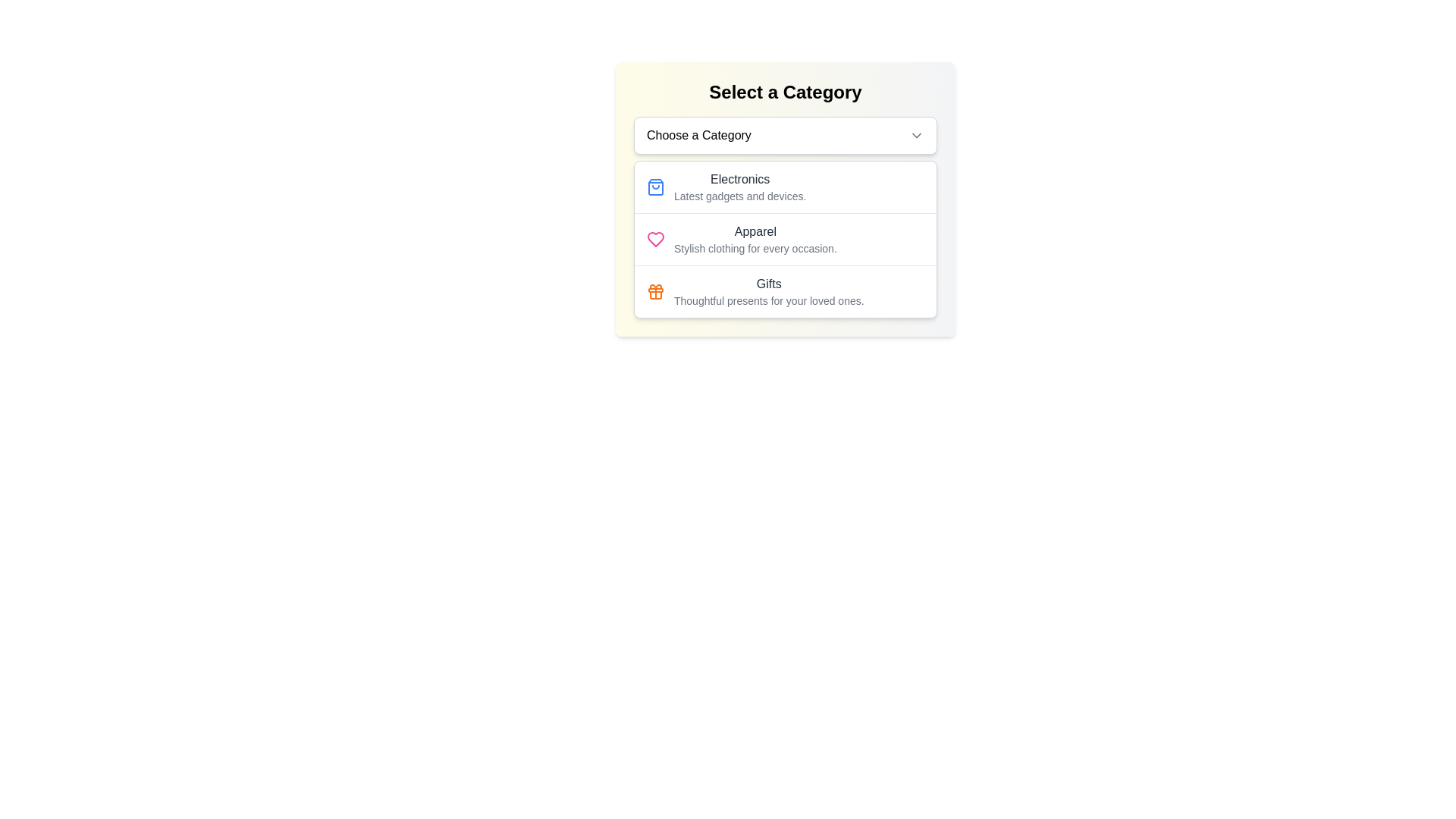 Image resolution: width=1456 pixels, height=819 pixels. Describe the element at coordinates (769, 292) in the screenshot. I see `the text block describing the 'Gifts' category, which is the third item in the vertical list under 'Select a Category,' positioned below 'Apparel' and next to a gift icon` at that location.